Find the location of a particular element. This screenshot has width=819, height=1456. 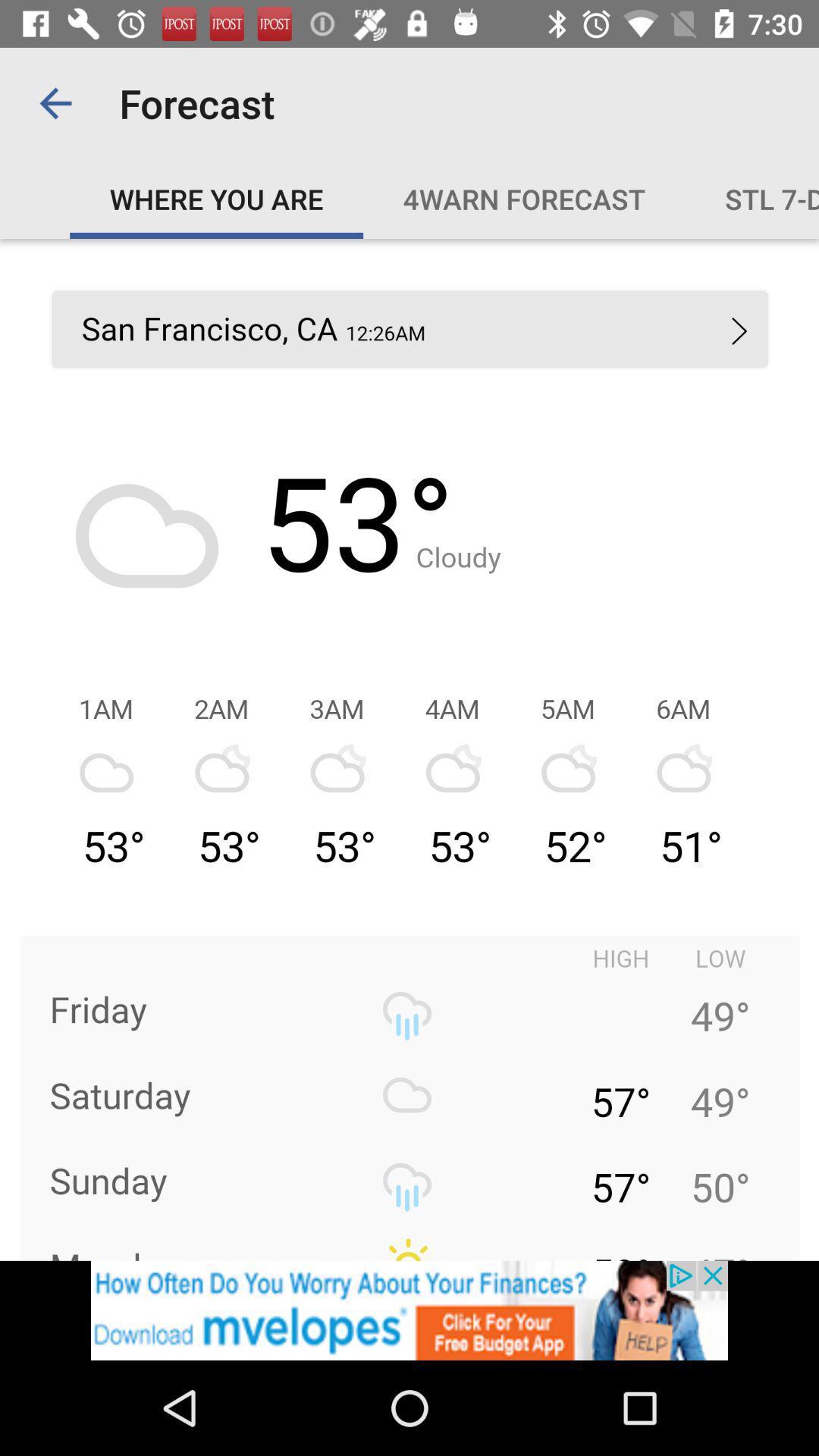

open the advertisement is located at coordinates (409, 1310).